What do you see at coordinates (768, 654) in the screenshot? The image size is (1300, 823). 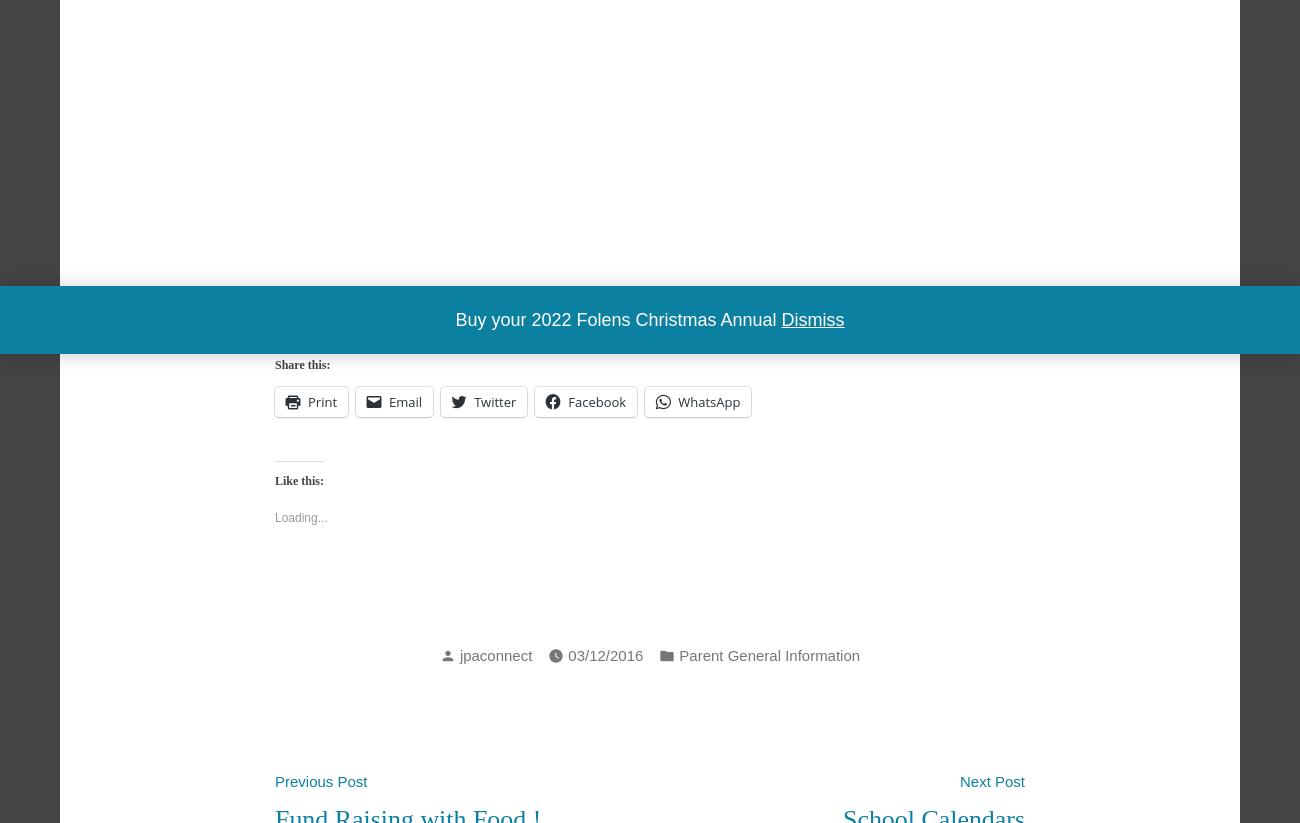 I see `'Parent General Information'` at bounding box center [768, 654].